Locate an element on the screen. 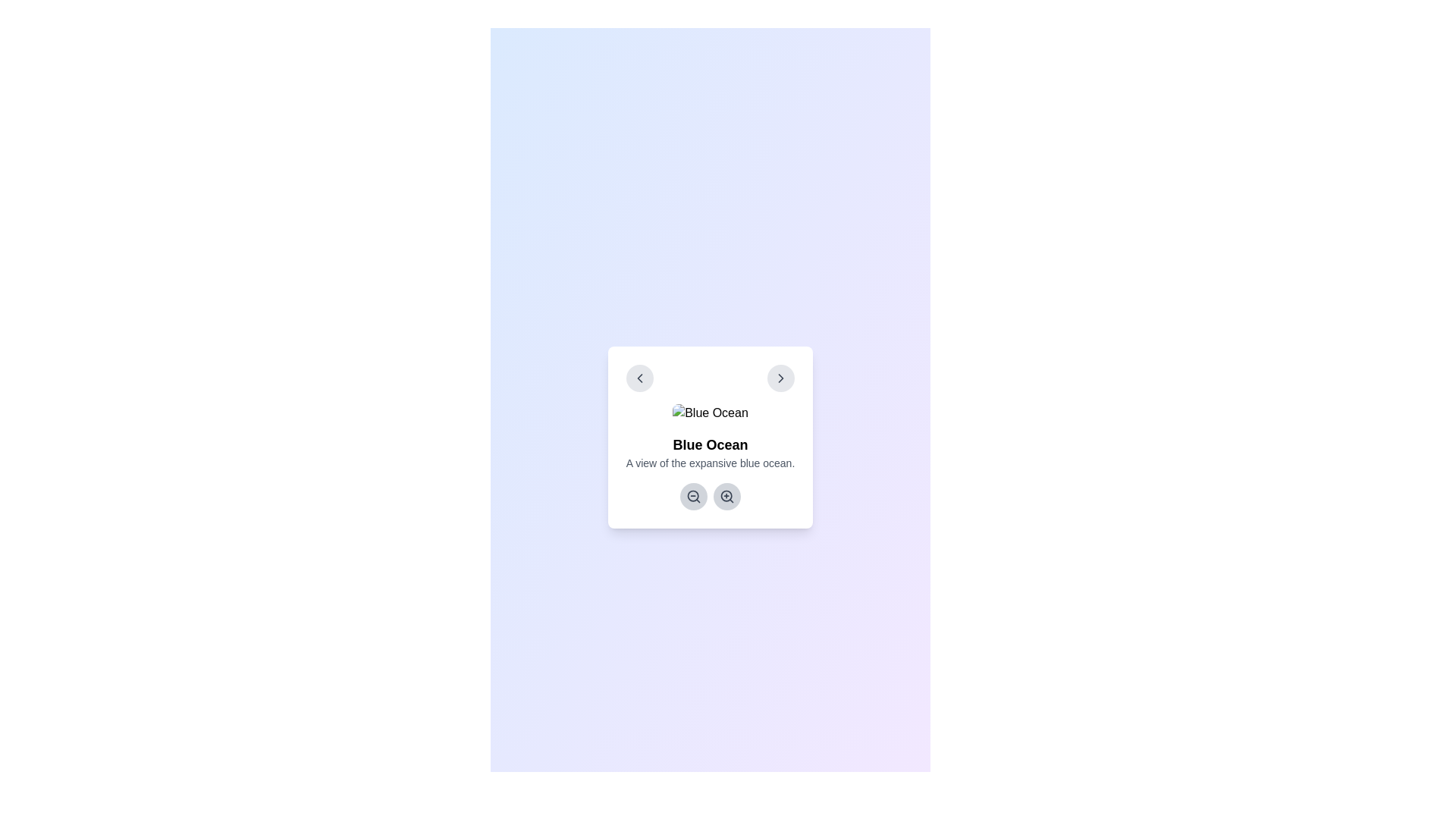  the left button of the zoom controls located below the descriptive text 'Blue Ocean' to zoom out is located at coordinates (709, 497).